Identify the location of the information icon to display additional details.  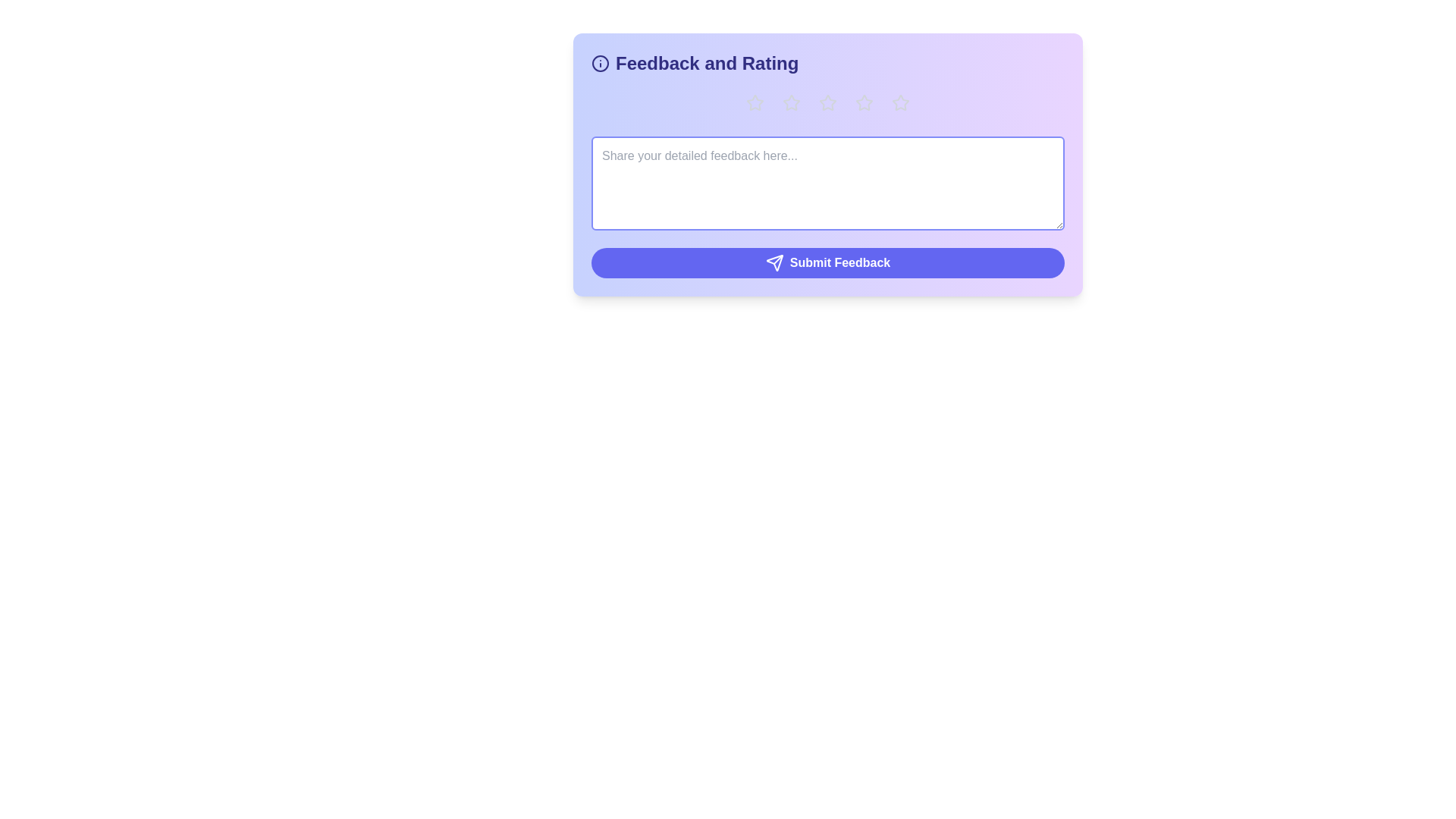
(600, 63).